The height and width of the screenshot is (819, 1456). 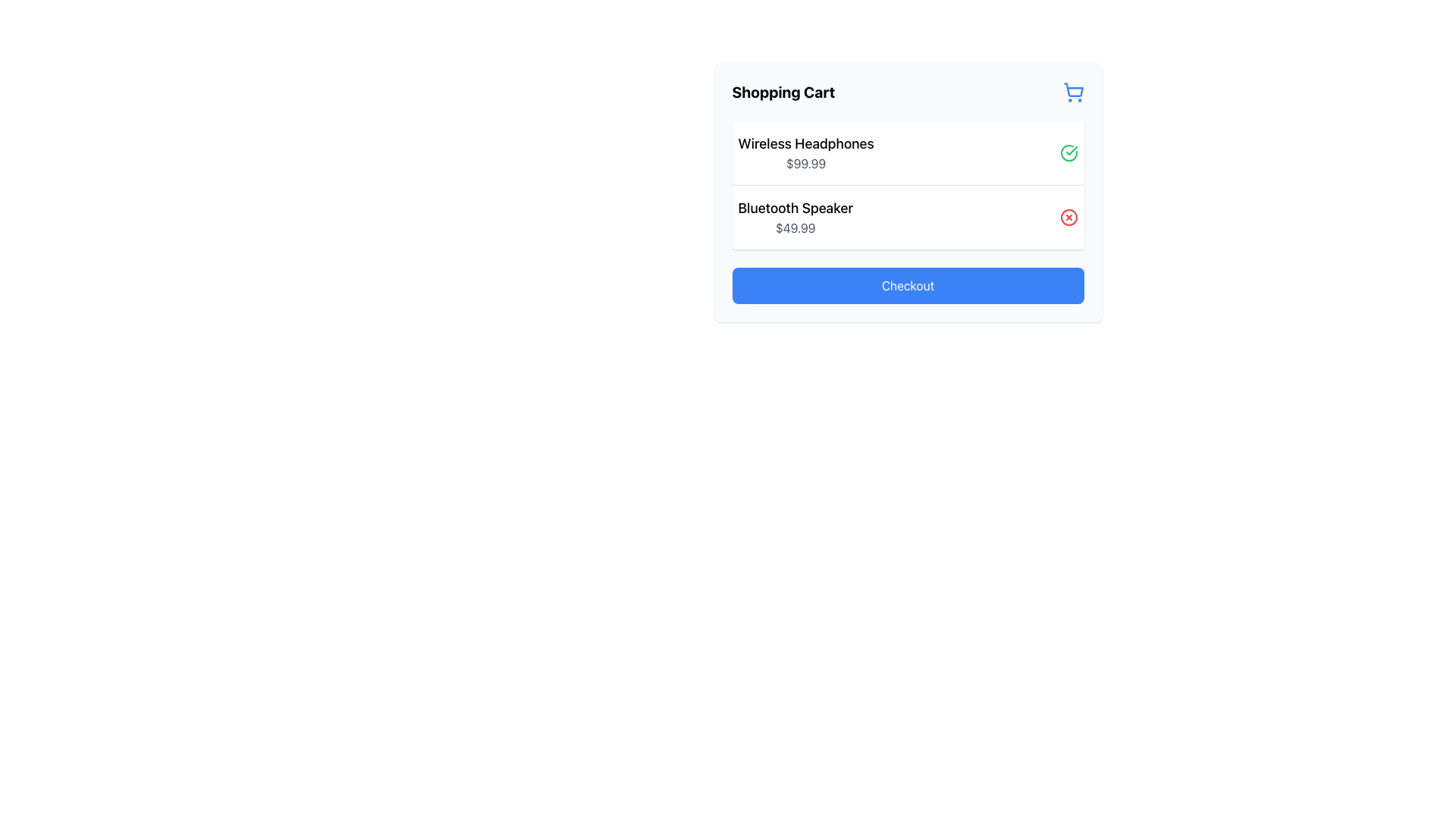 What do you see at coordinates (805, 152) in the screenshot?
I see `the 'Wireless Headphones' text element, which includes the title in bold and the price in gray, located in the shopping cart interface as the first item listed above 'Bluetooth Speaker'` at bounding box center [805, 152].